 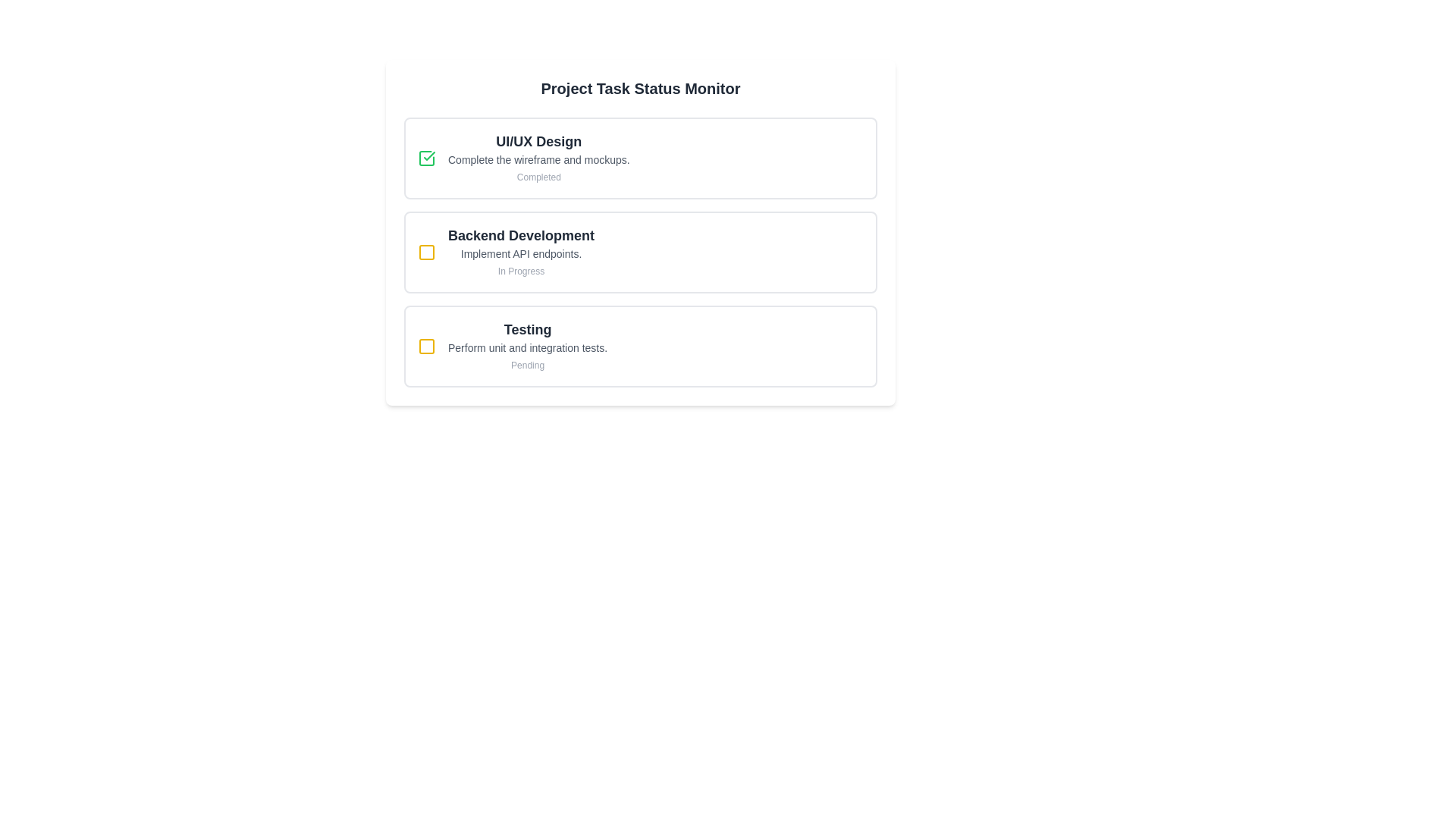 I want to click on the green checkbox with a checkmark beside 'UI/UX Design', so click(x=425, y=158).